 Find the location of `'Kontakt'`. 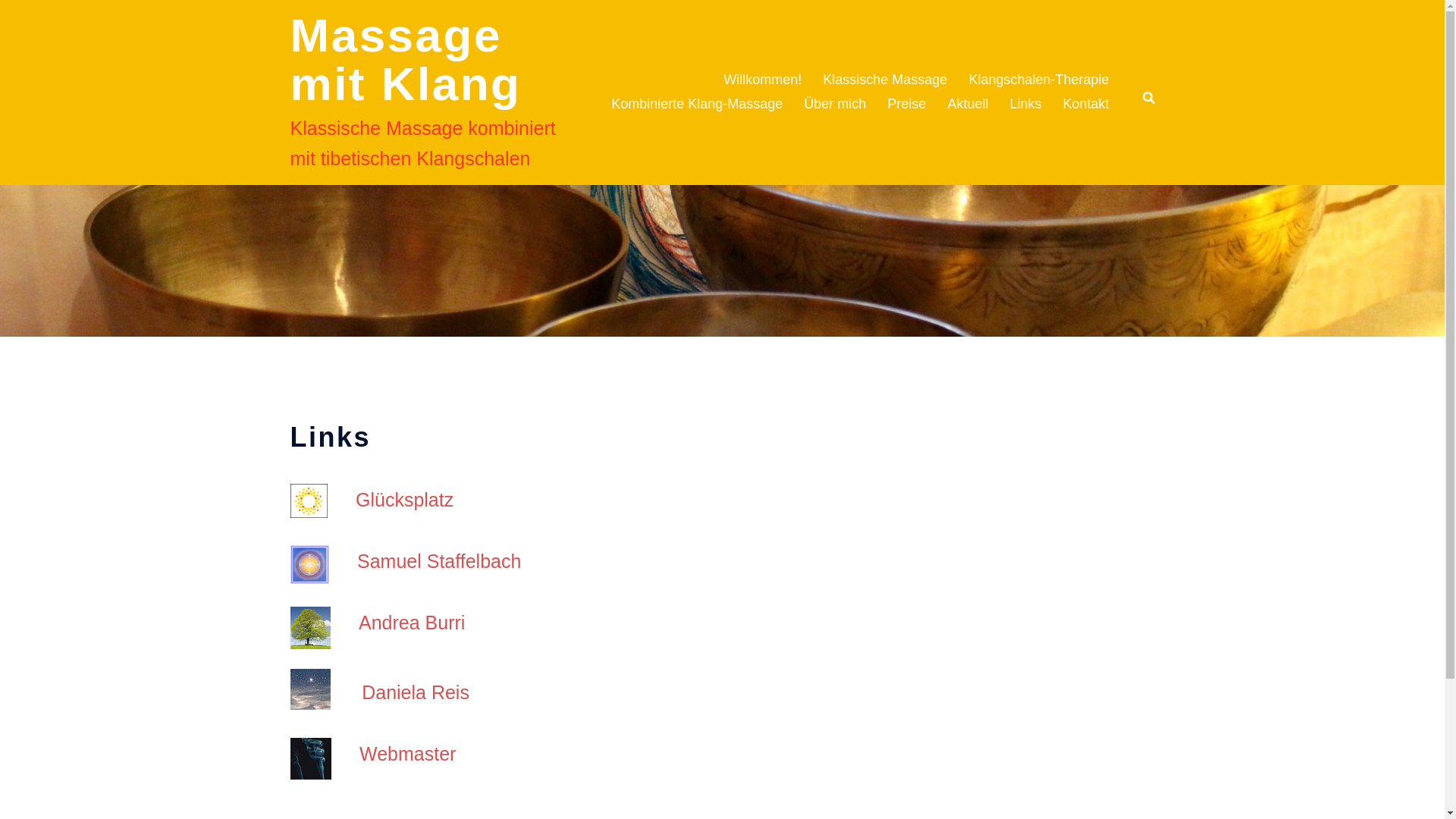

'Kontakt' is located at coordinates (1084, 104).